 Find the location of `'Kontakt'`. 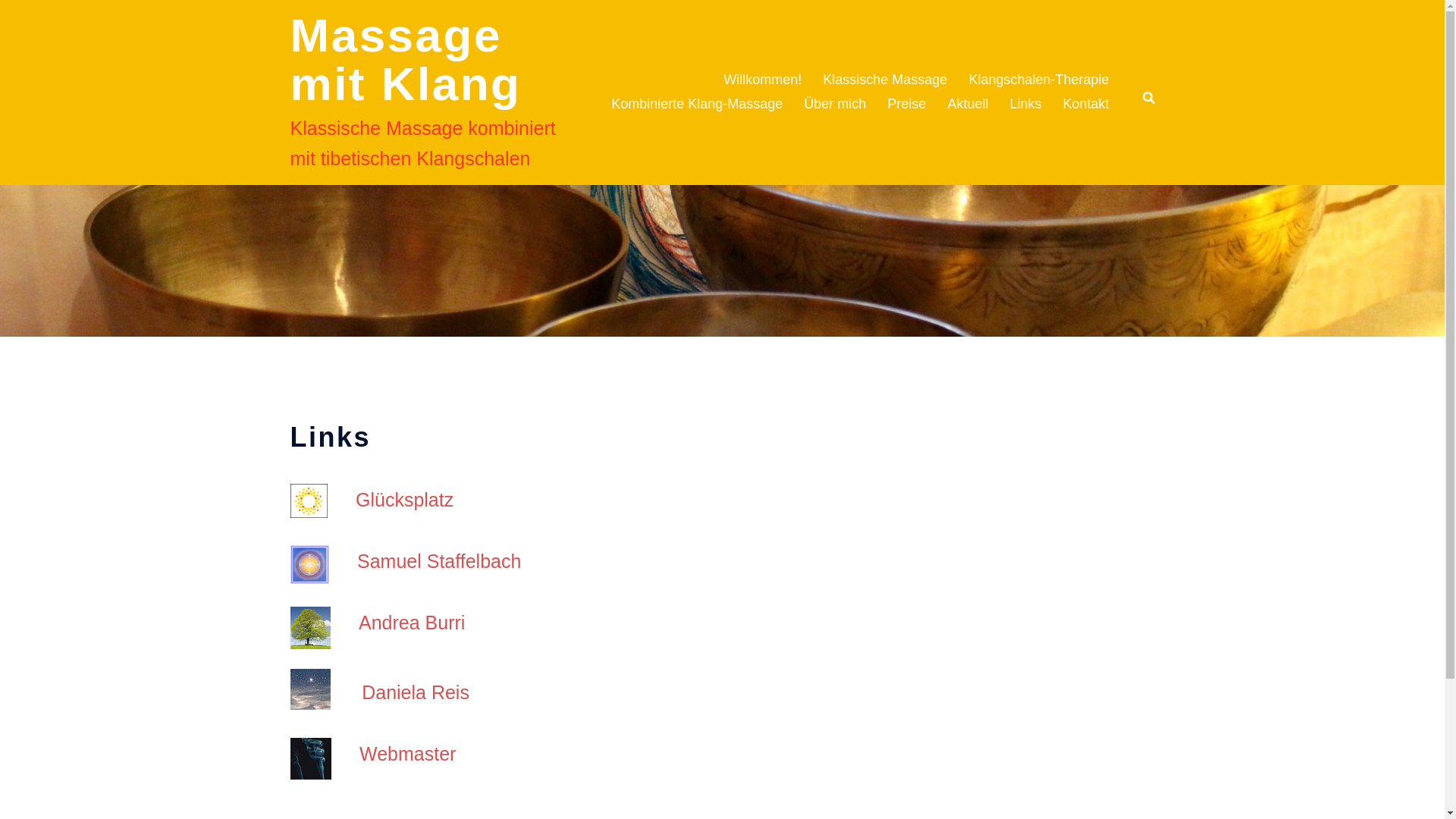

'Kontakt' is located at coordinates (1084, 104).